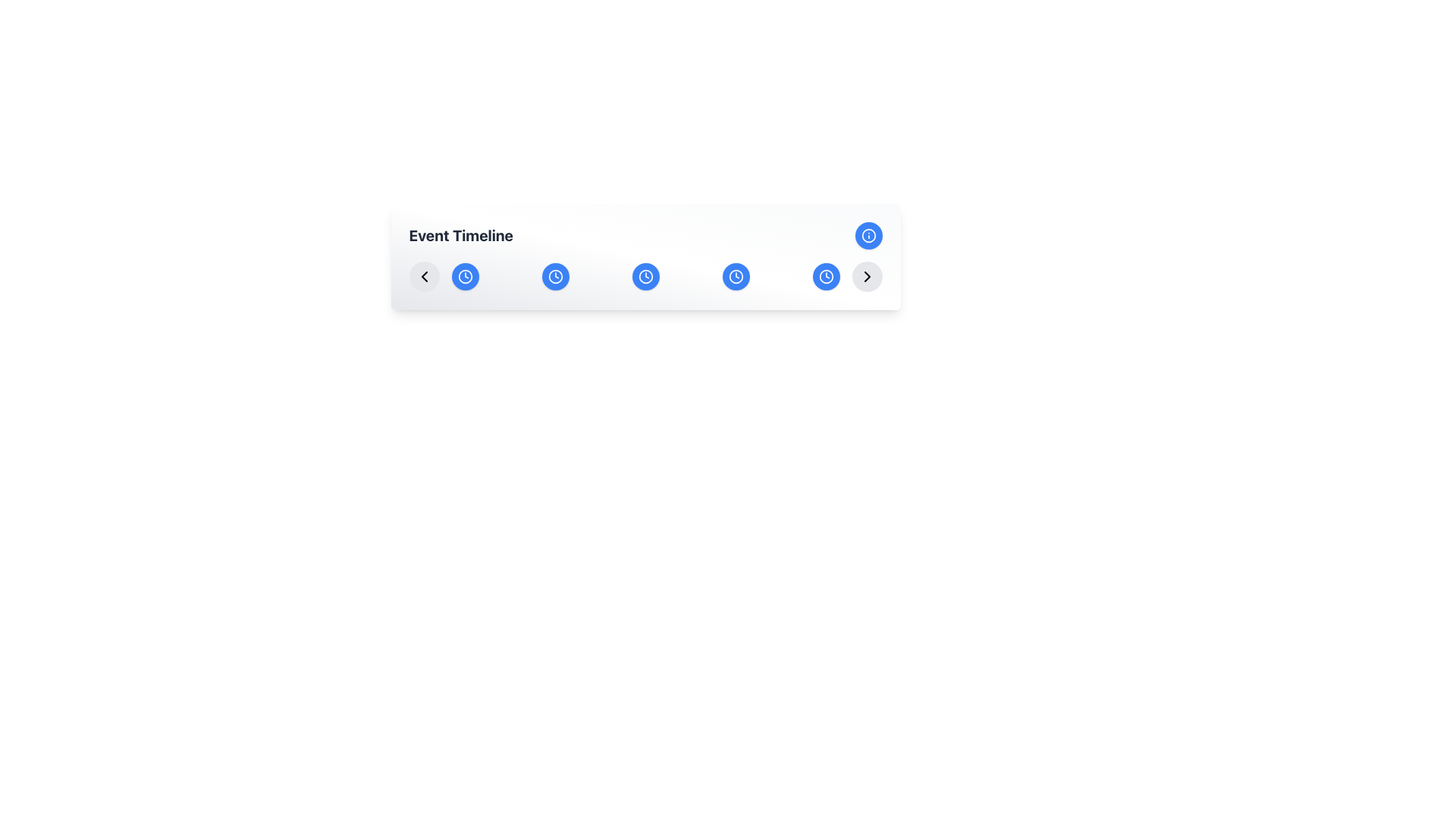  What do you see at coordinates (554, 277) in the screenshot?
I see `the second circular icon from the left in the timeline, located slightly to the right of 'Event Timeline', to interpret its meaning` at bounding box center [554, 277].